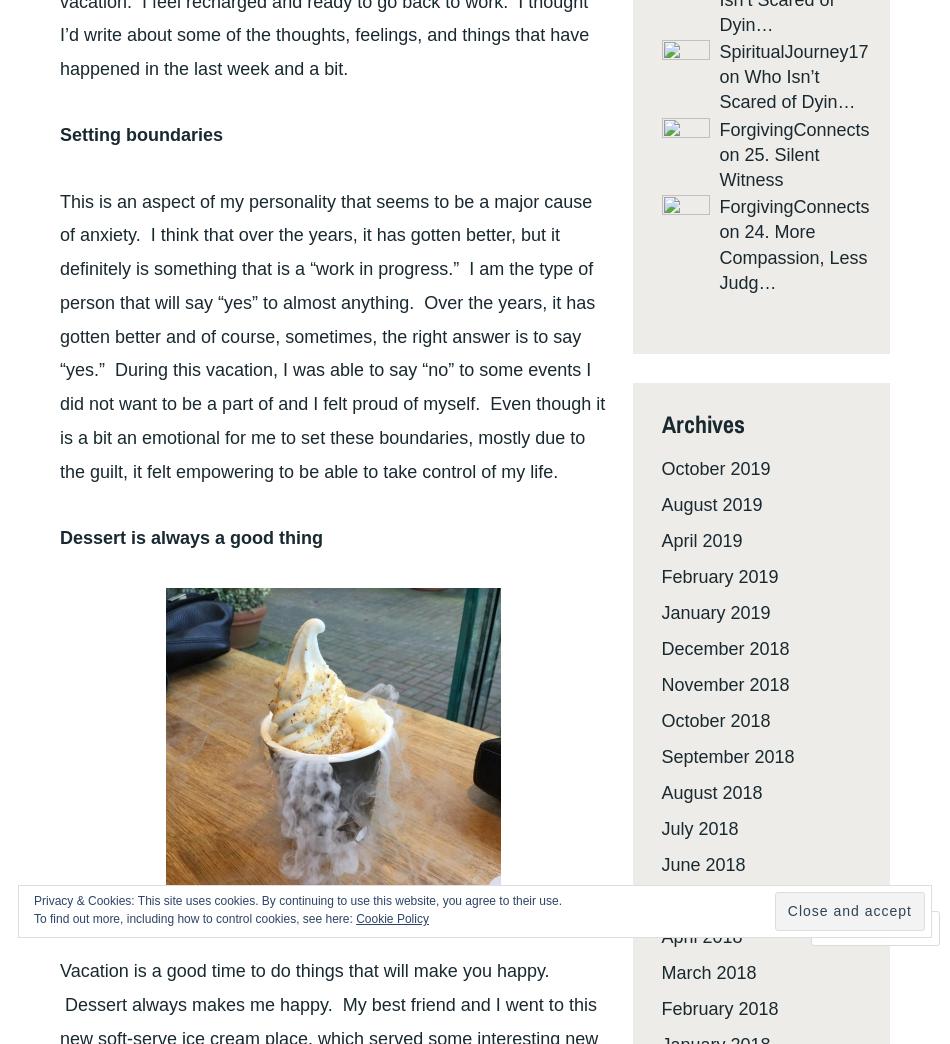 Image resolution: width=950 pixels, height=1044 pixels. I want to click on 'November 2018', so click(661, 683).